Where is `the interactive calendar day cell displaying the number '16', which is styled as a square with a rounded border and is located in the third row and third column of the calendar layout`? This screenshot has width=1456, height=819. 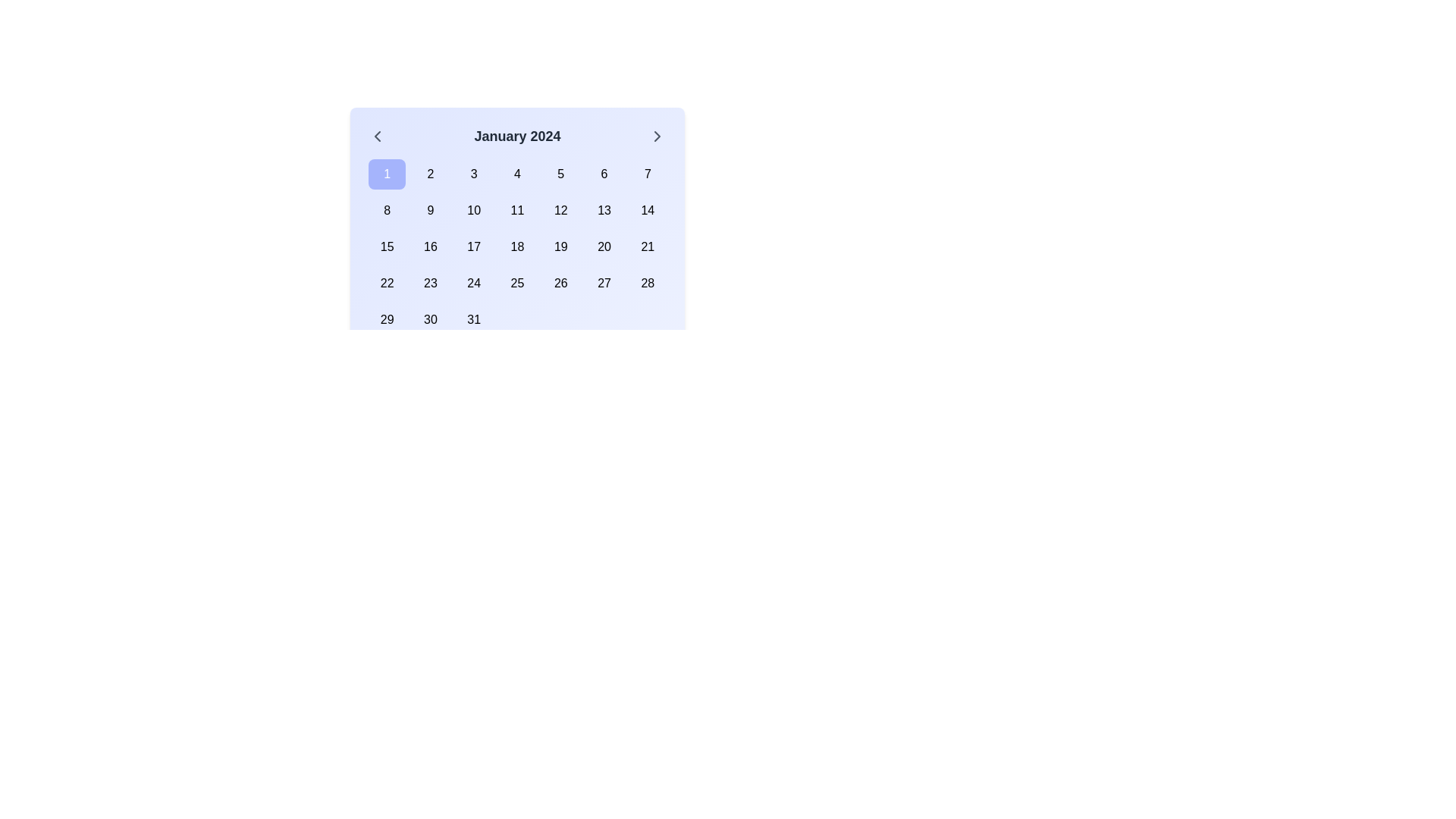
the interactive calendar day cell displaying the number '16', which is styled as a square with a rounded border and is located in the third row and third column of the calendar layout is located at coordinates (429, 246).